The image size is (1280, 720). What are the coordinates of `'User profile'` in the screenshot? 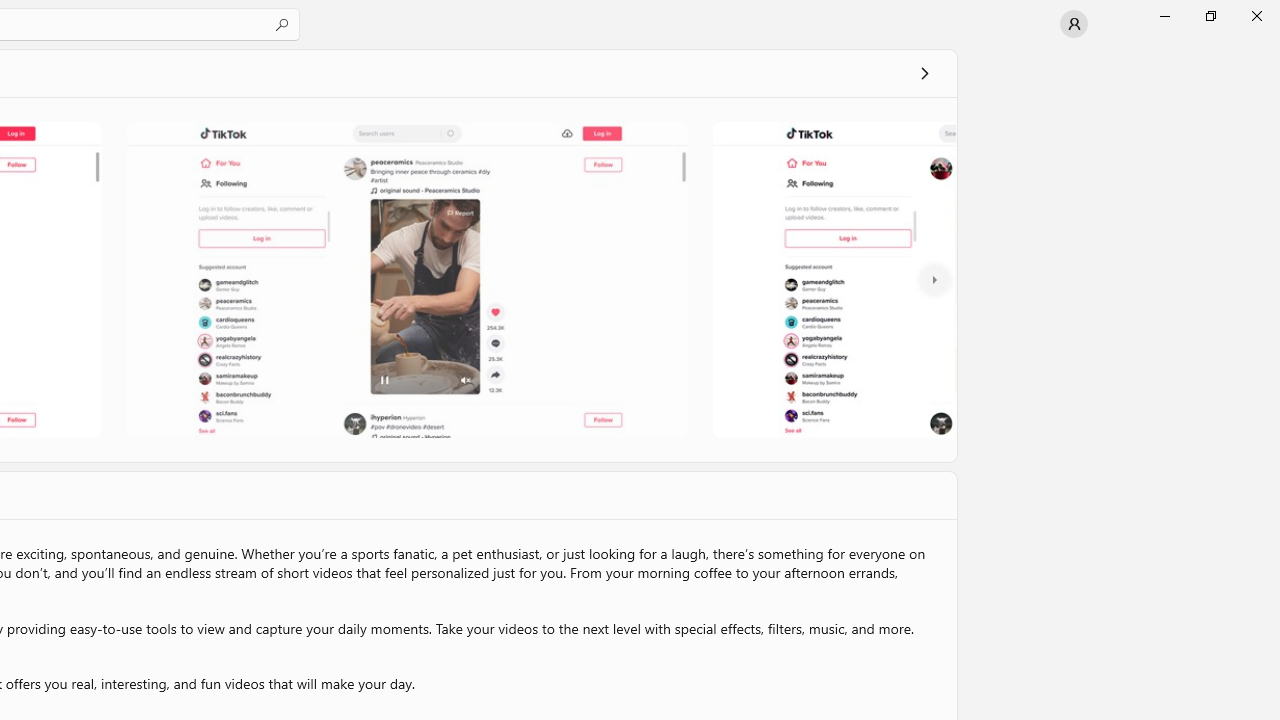 It's located at (1072, 24).